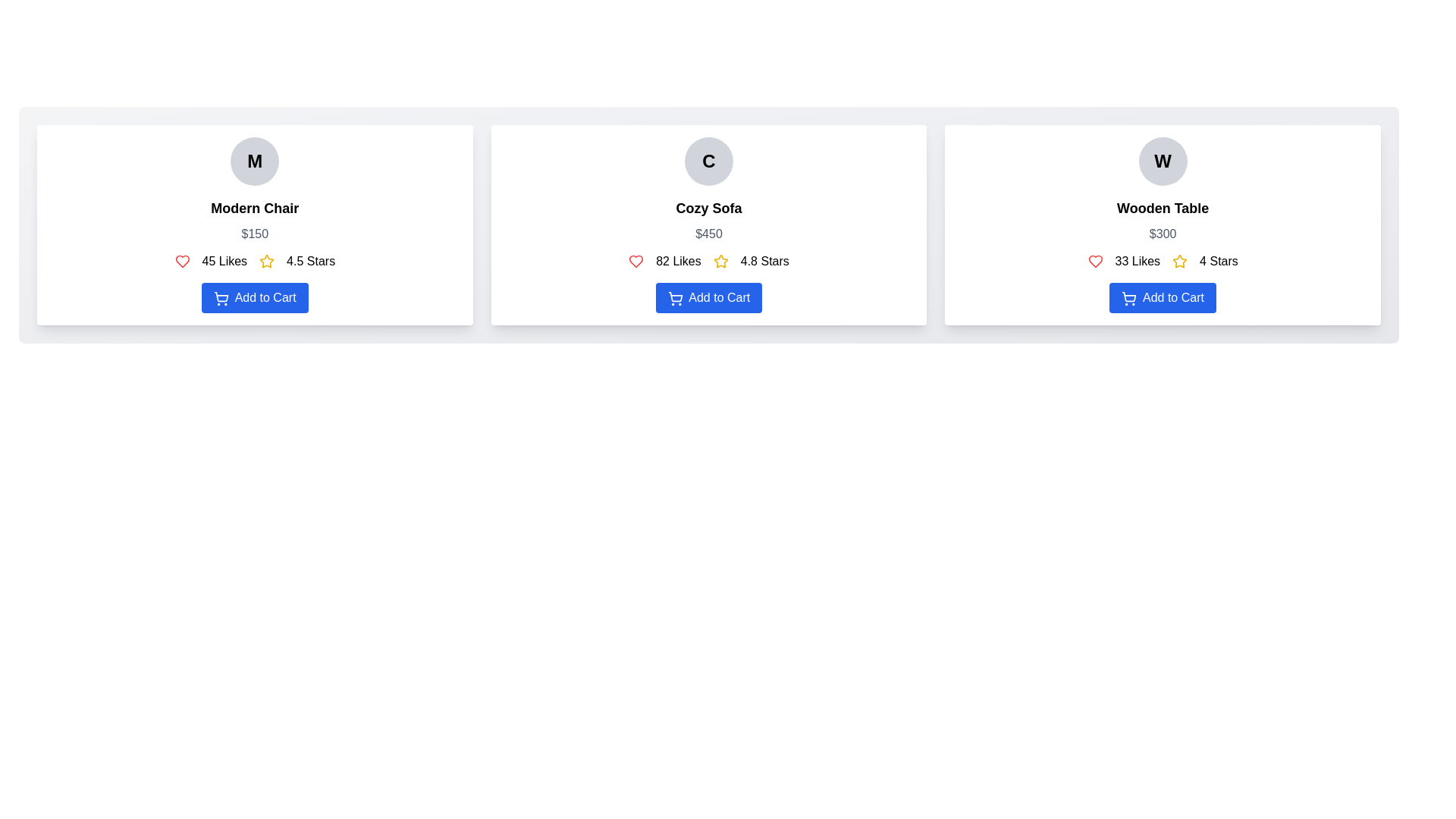 The width and height of the screenshot is (1456, 819). Describe the element at coordinates (636, 260) in the screenshot. I see `the 'Like' icon located to the left of '82 Likes' in the 'Cozy Sofa' product card` at that location.